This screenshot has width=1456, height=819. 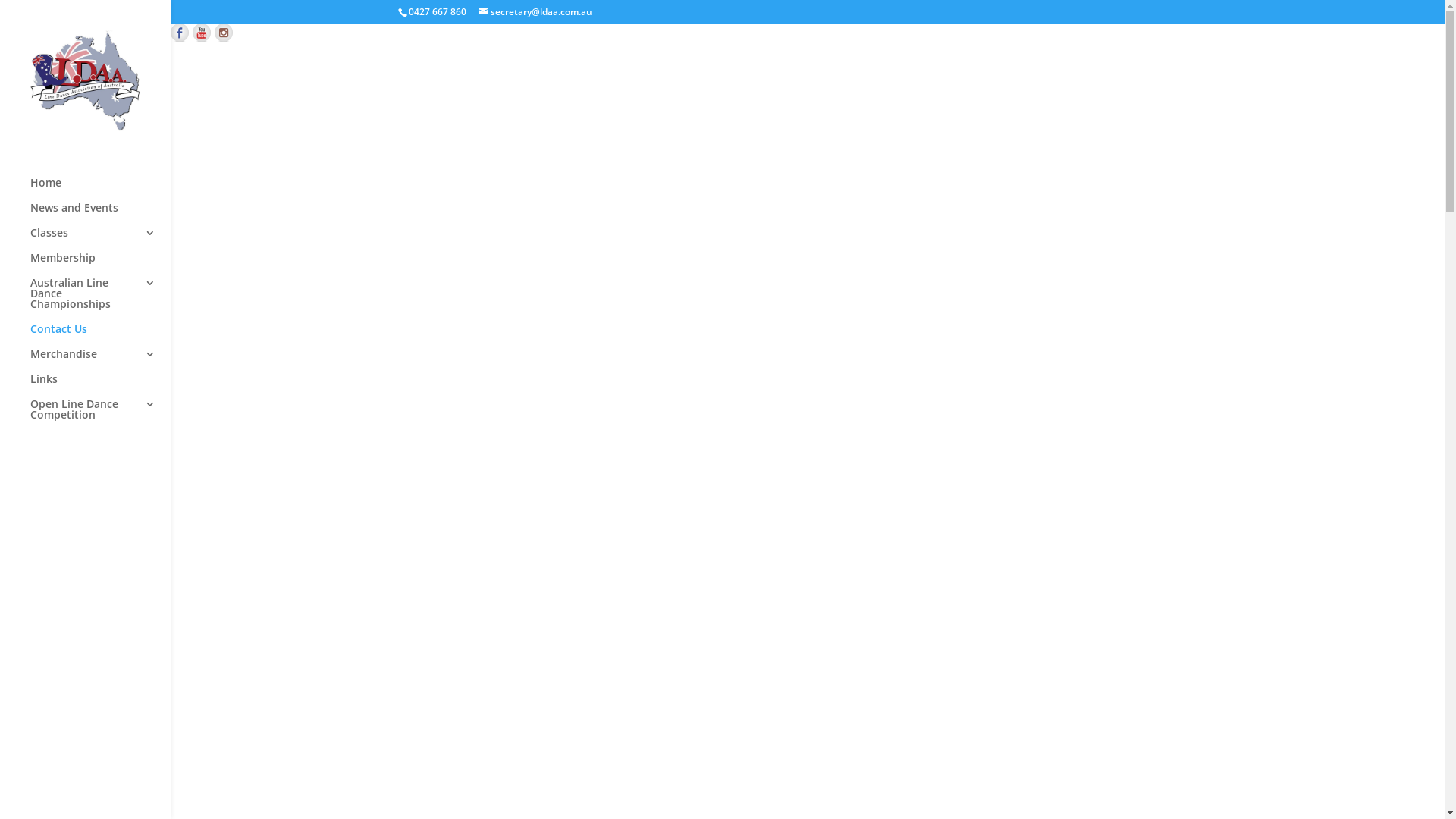 What do you see at coordinates (222, 32) in the screenshot?
I see `'Check out our instagram feed'` at bounding box center [222, 32].